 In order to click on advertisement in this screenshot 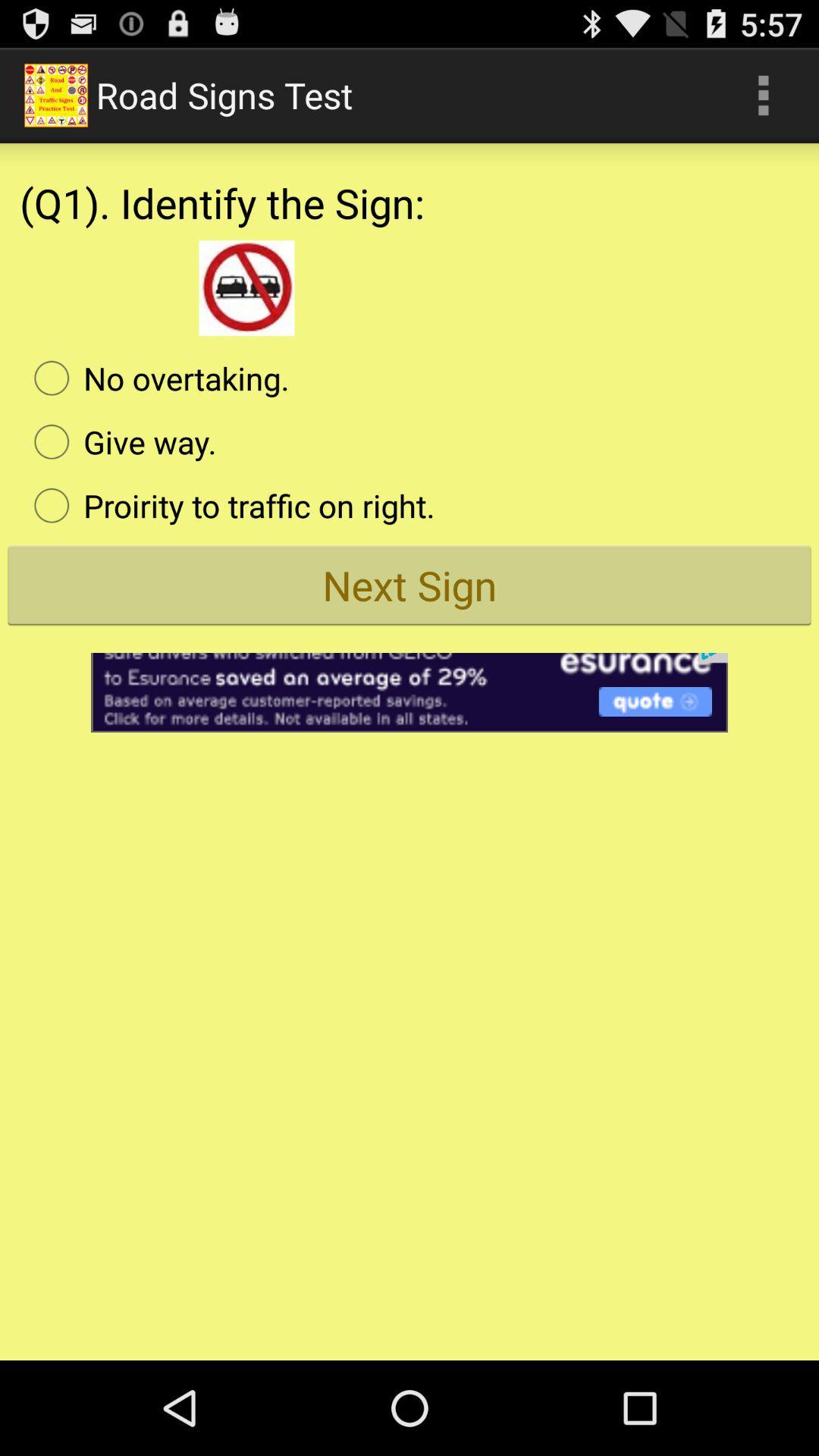, I will do `click(409, 682)`.